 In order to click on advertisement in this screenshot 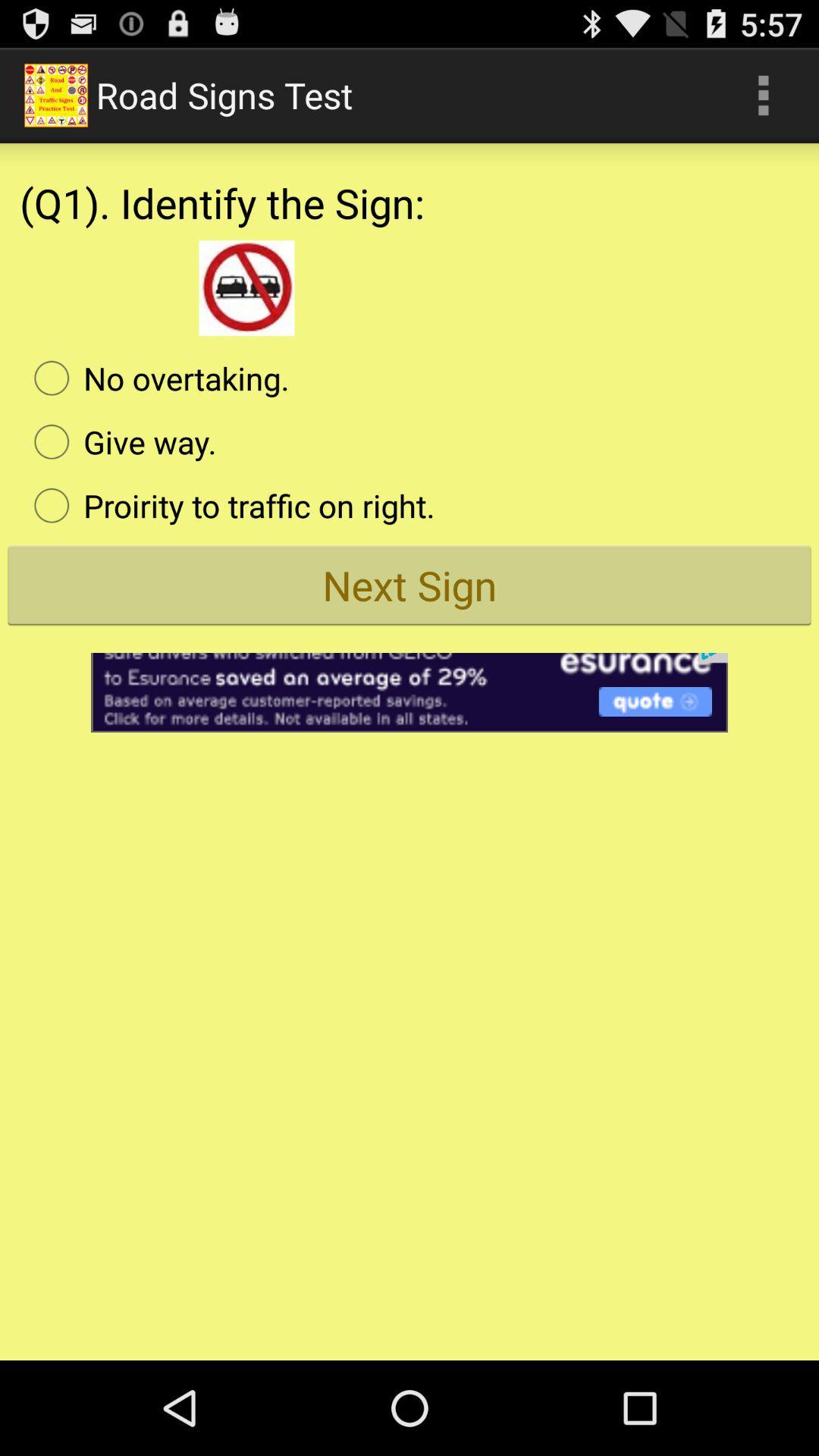, I will do `click(409, 682)`.